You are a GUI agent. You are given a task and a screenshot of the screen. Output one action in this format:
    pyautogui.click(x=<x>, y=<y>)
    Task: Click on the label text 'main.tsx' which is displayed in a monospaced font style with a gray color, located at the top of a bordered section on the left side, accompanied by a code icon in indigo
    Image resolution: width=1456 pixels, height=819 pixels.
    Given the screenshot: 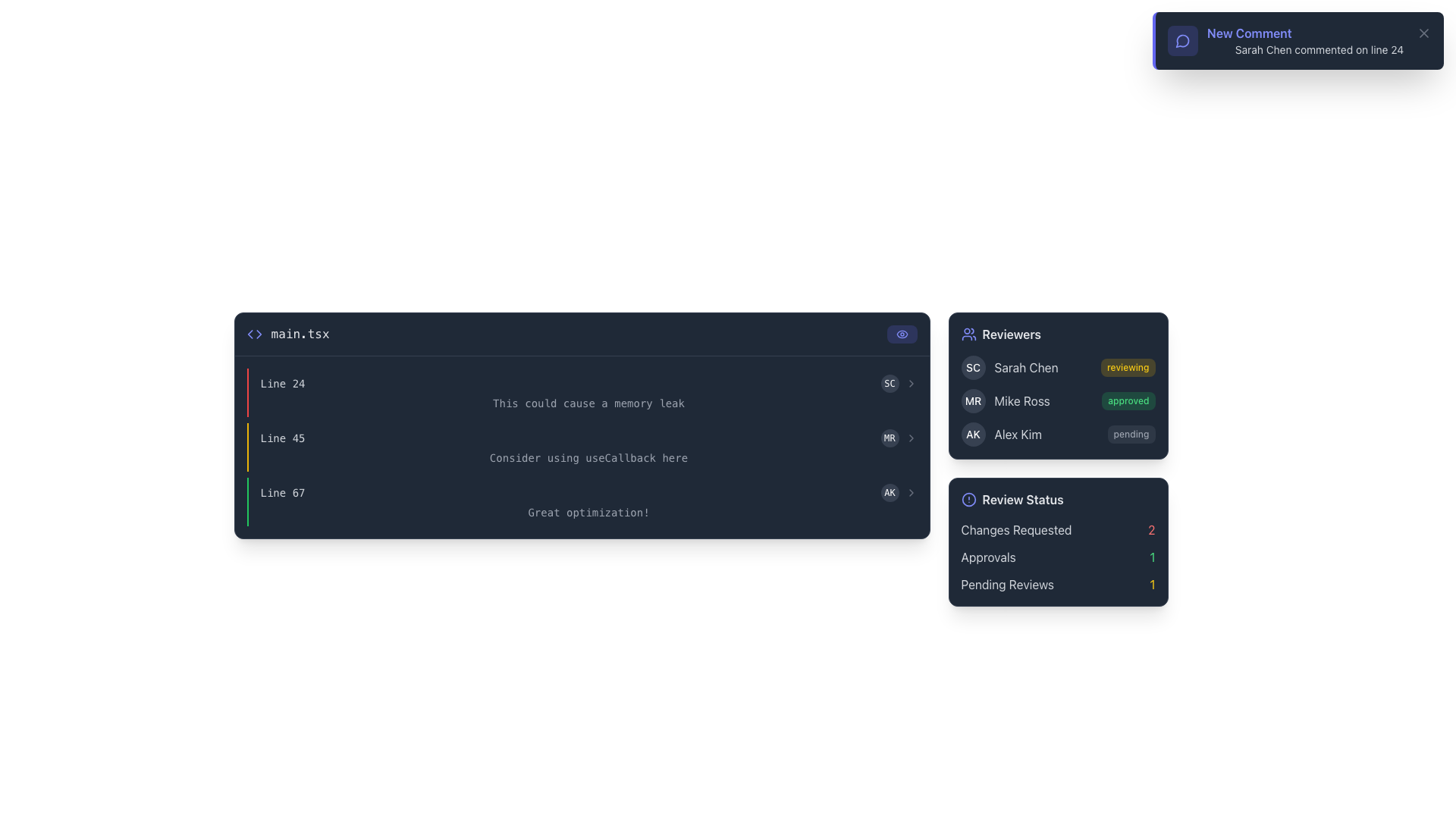 What is the action you would take?
    pyautogui.click(x=287, y=333)
    